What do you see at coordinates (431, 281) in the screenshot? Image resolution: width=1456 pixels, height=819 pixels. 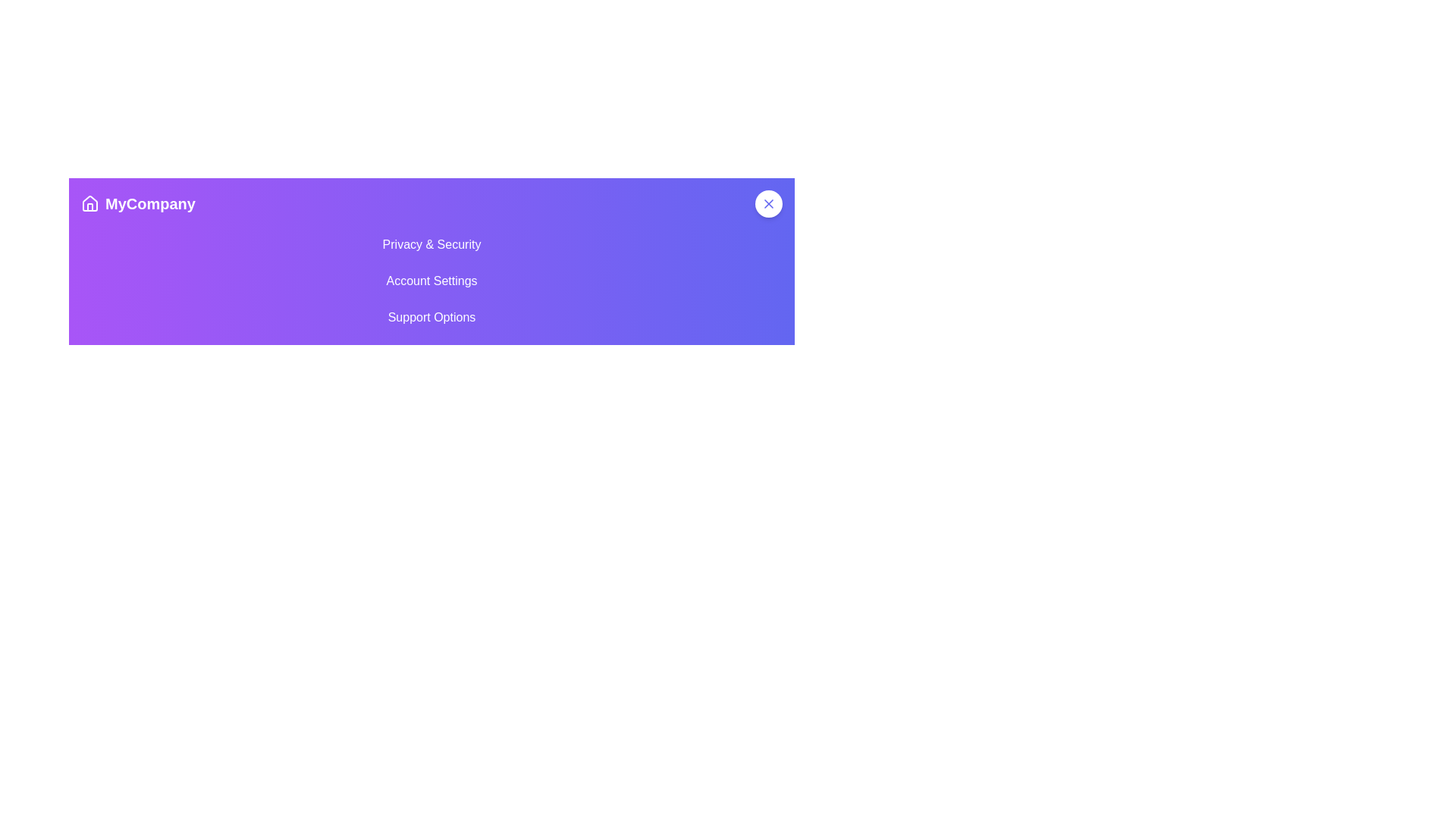 I see `the second option in the vertical list, located directly below 'Privacy & Security'` at bounding box center [431, 281].